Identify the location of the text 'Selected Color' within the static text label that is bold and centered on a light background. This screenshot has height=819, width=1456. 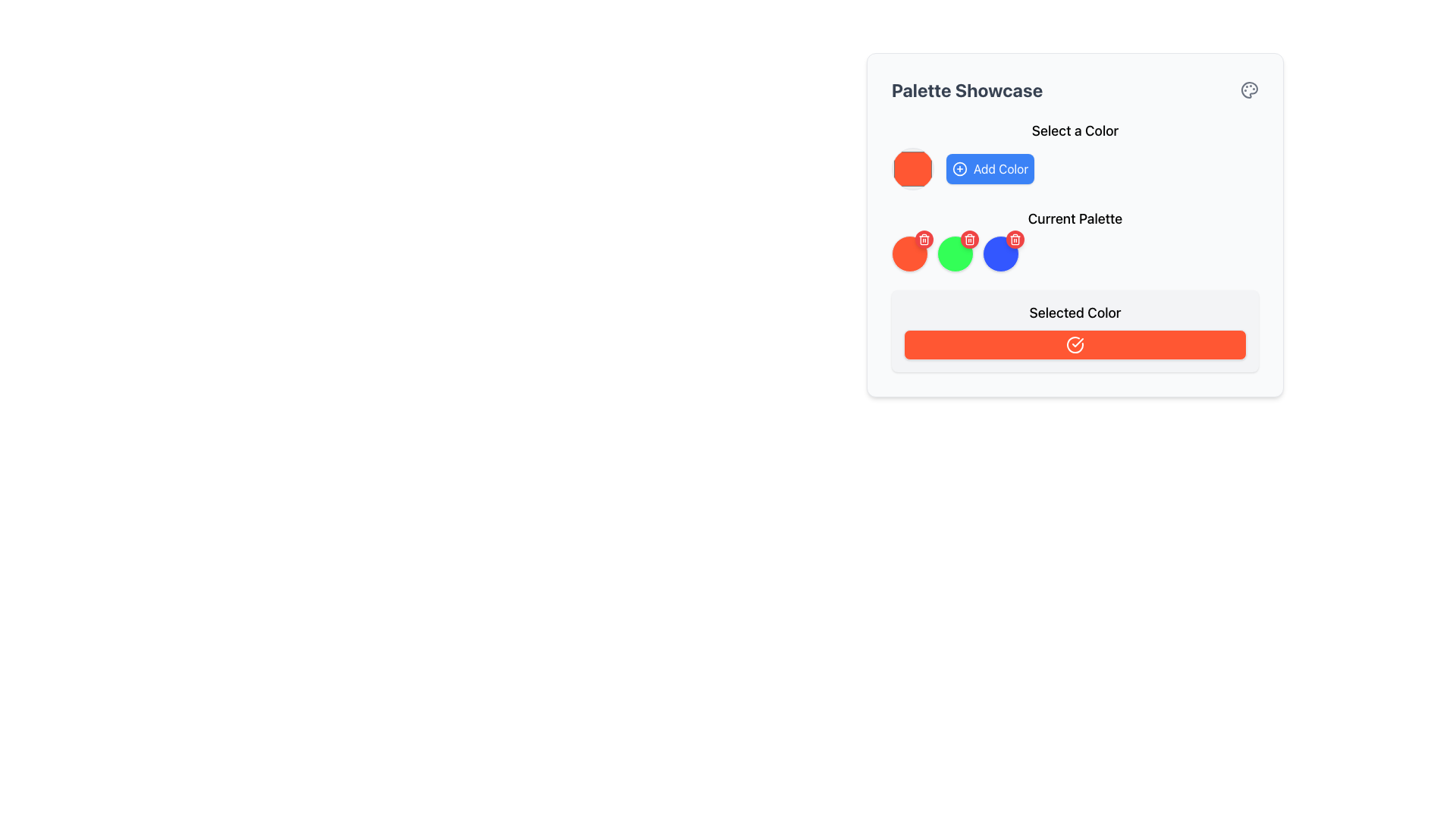
(1074, 312).